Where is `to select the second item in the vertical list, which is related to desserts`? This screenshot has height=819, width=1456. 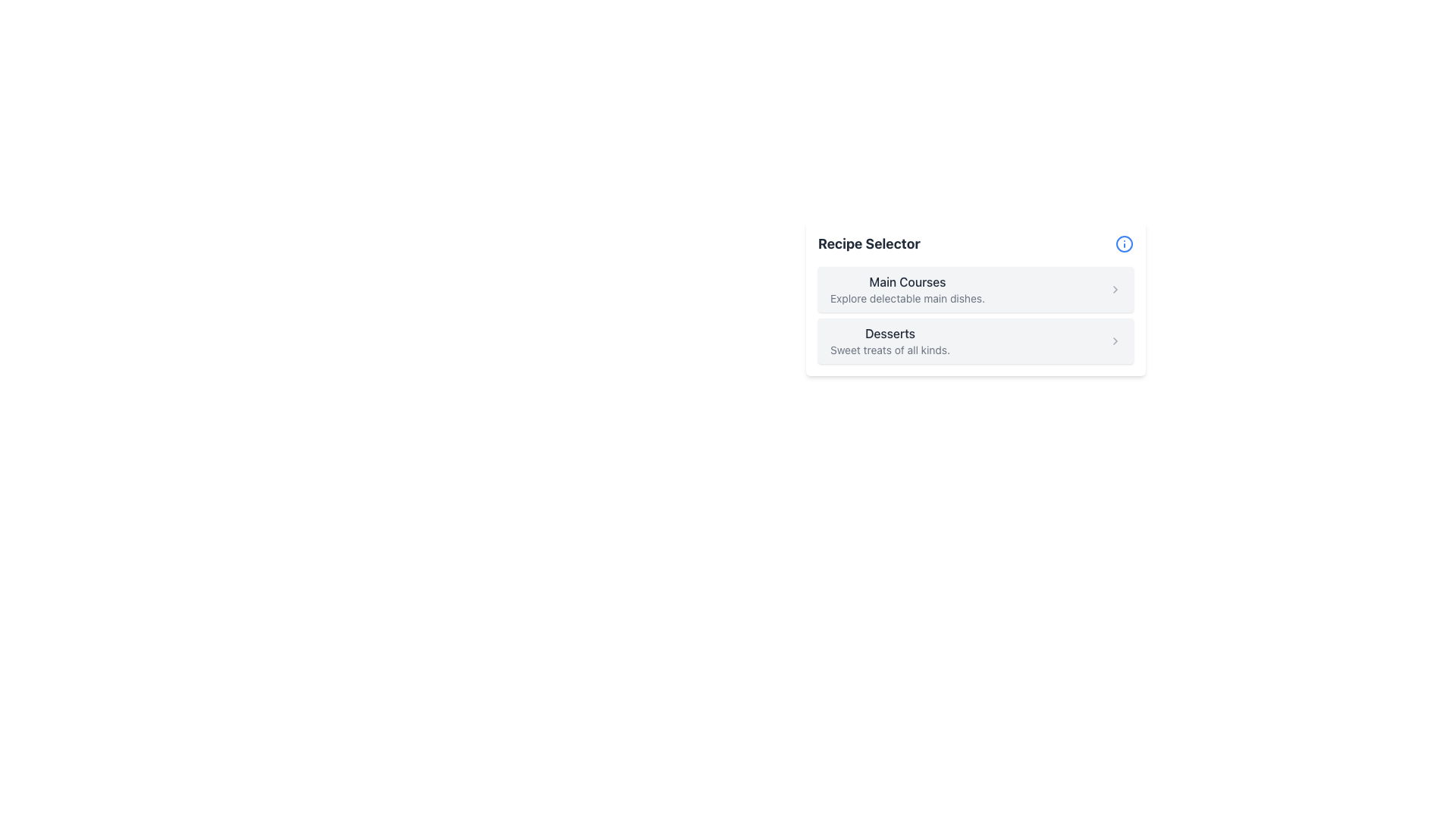
to select the second item in the vertical list, which is related to desserts is located at coordinates (975, 341).